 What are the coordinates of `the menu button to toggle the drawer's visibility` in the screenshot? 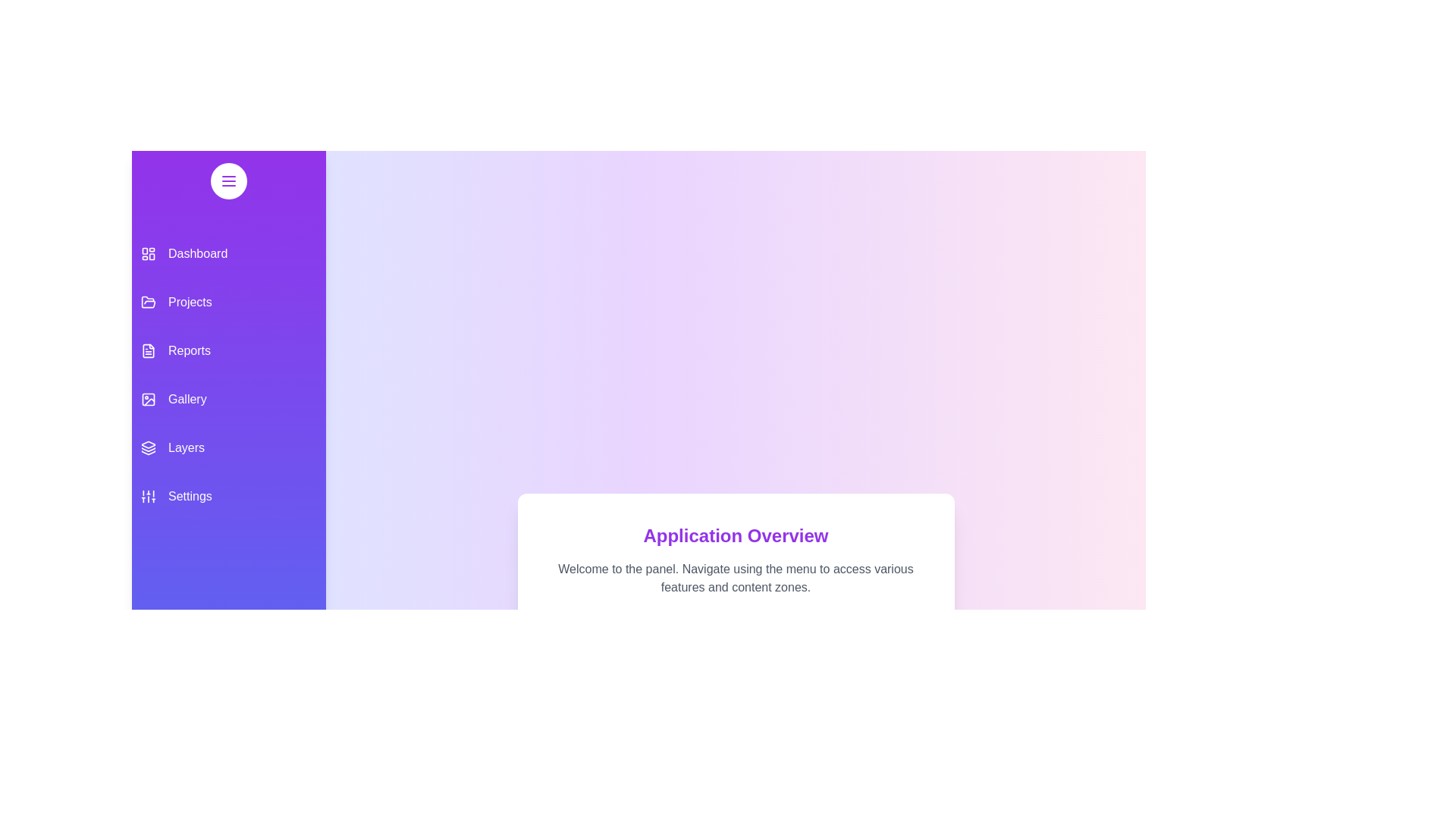 It's located at (228, 180).